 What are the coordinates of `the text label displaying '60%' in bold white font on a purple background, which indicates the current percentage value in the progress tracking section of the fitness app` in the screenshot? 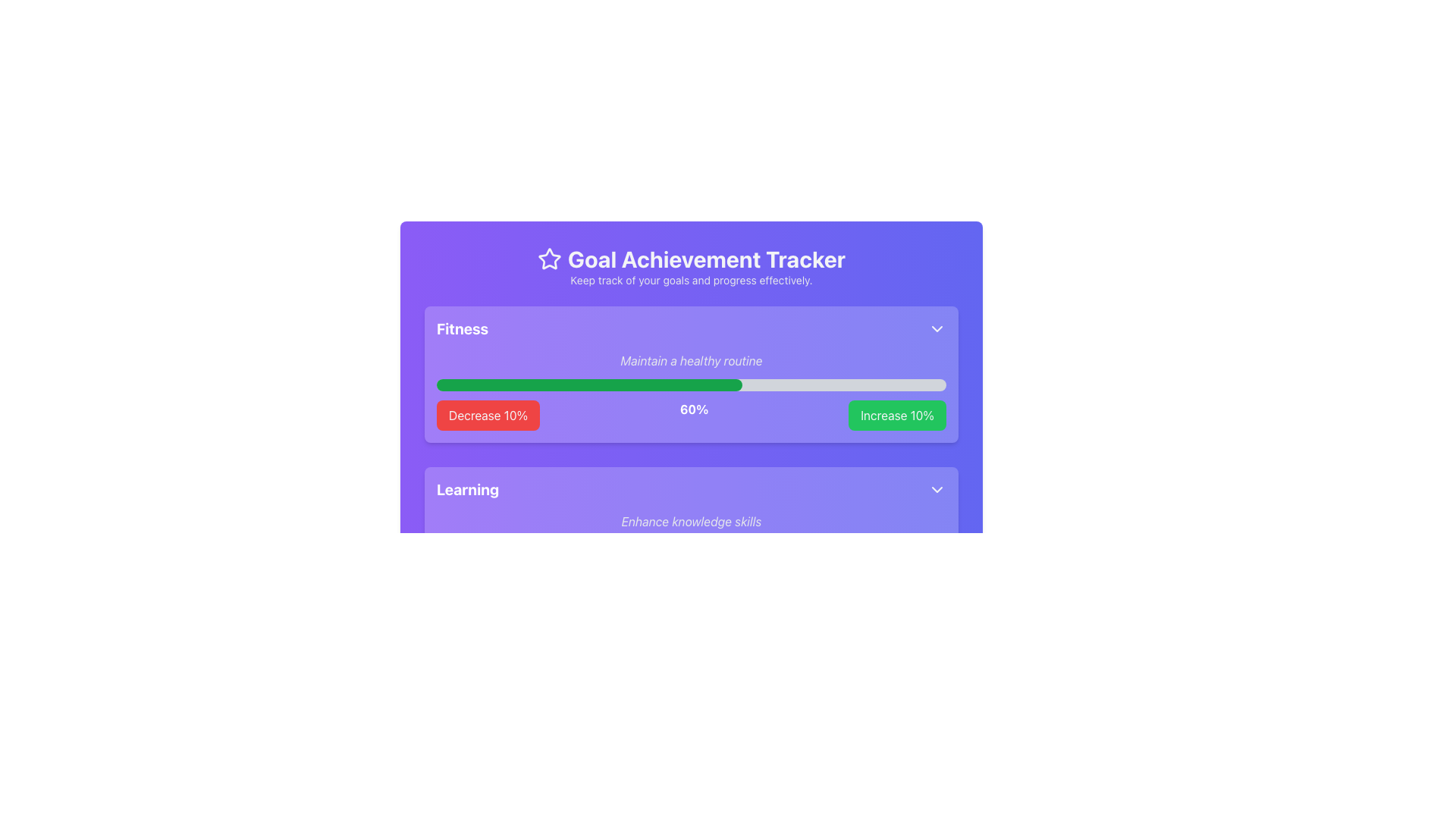 It's located at (693, 415).